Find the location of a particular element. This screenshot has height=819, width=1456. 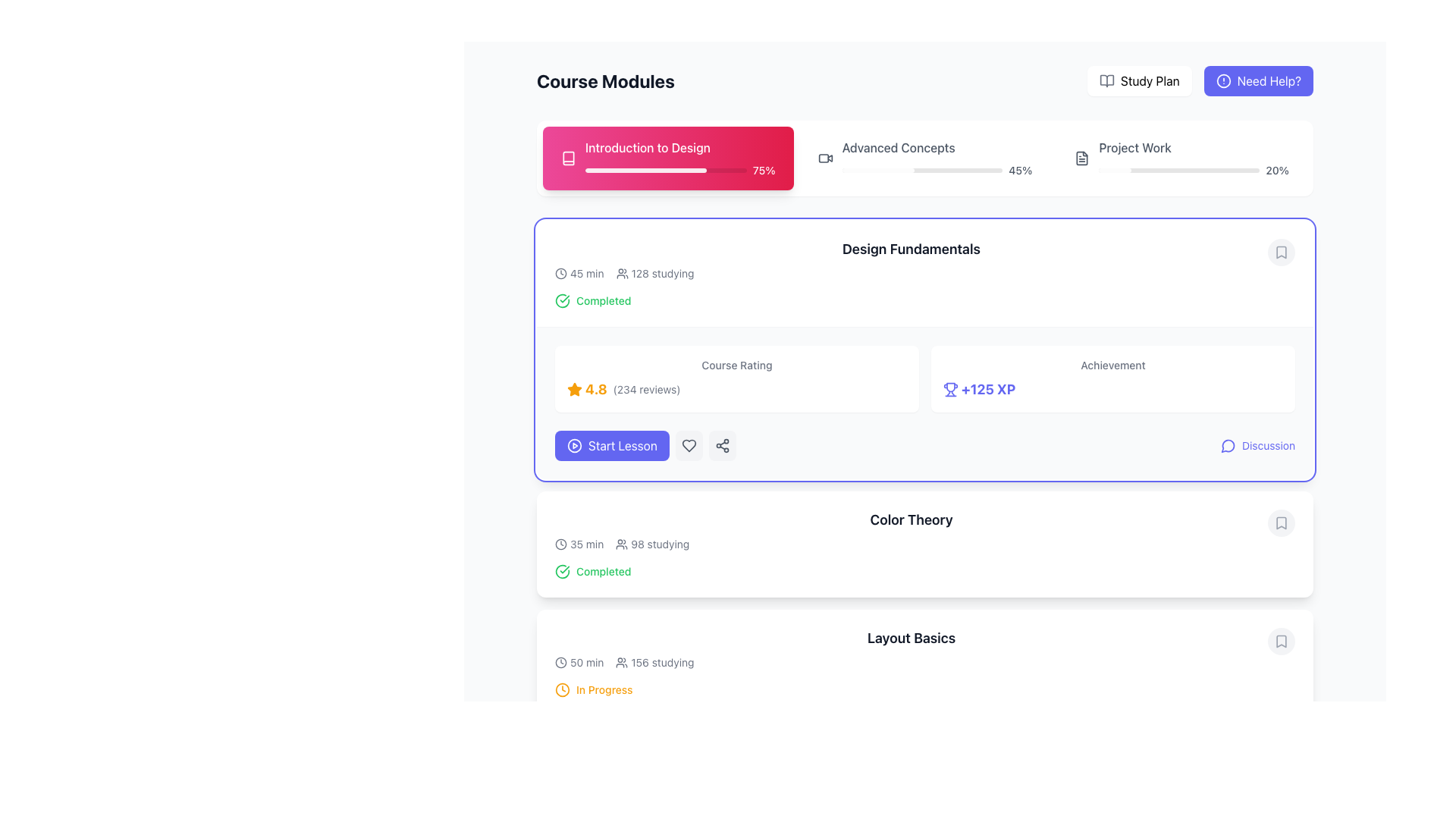

the visual progress indication on the progress bar segment, which is a horizontally oriented bar with a light gray background and a filled white portion covering approximately 20% of the total width, located at the top part of the view is located at coordinates (1115, 170).